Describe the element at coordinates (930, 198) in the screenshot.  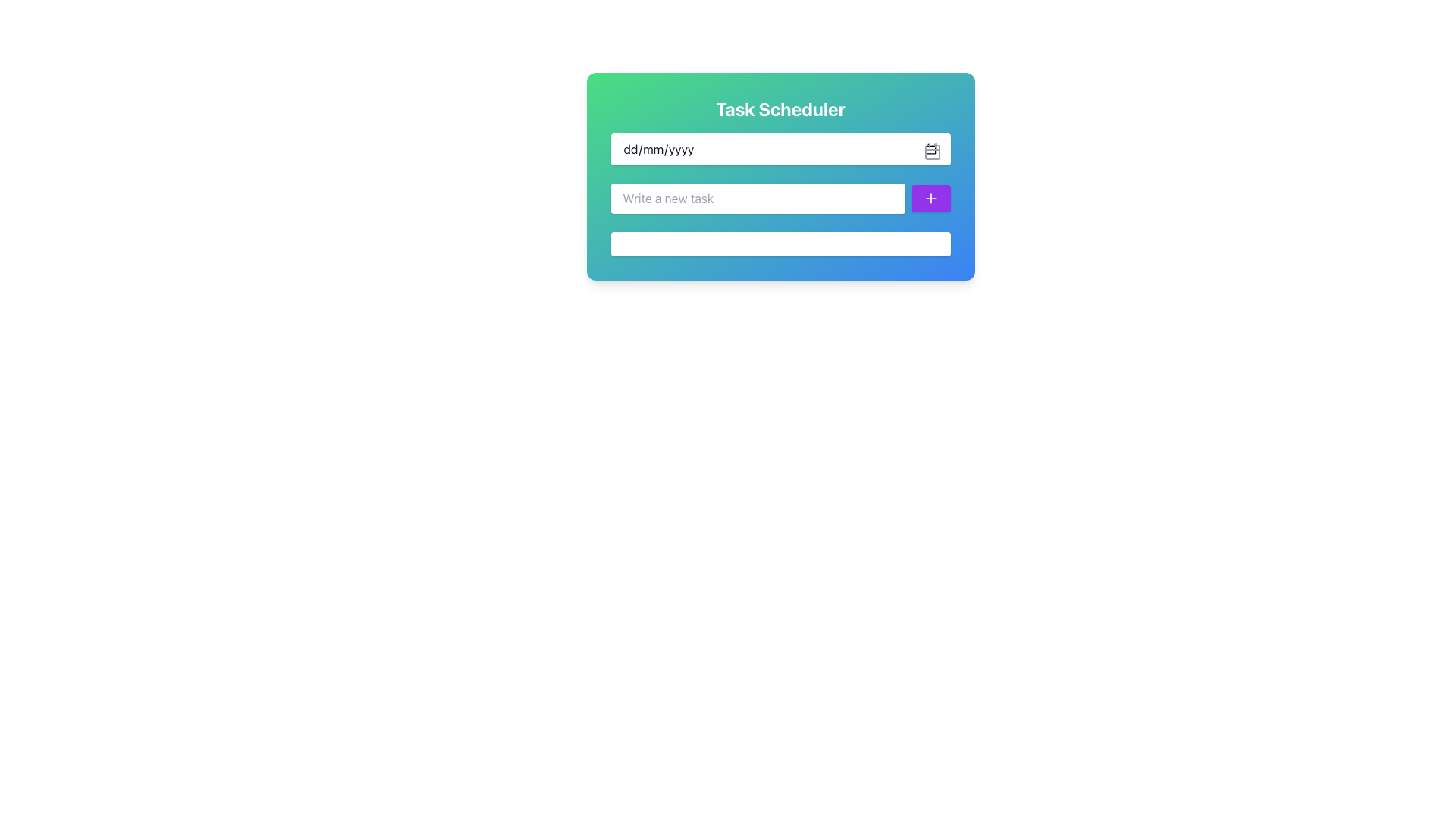
I see `the interactive button with an icon located in the bottom-right corner of the second input field group to prepare for keyboard interaction` at that location.